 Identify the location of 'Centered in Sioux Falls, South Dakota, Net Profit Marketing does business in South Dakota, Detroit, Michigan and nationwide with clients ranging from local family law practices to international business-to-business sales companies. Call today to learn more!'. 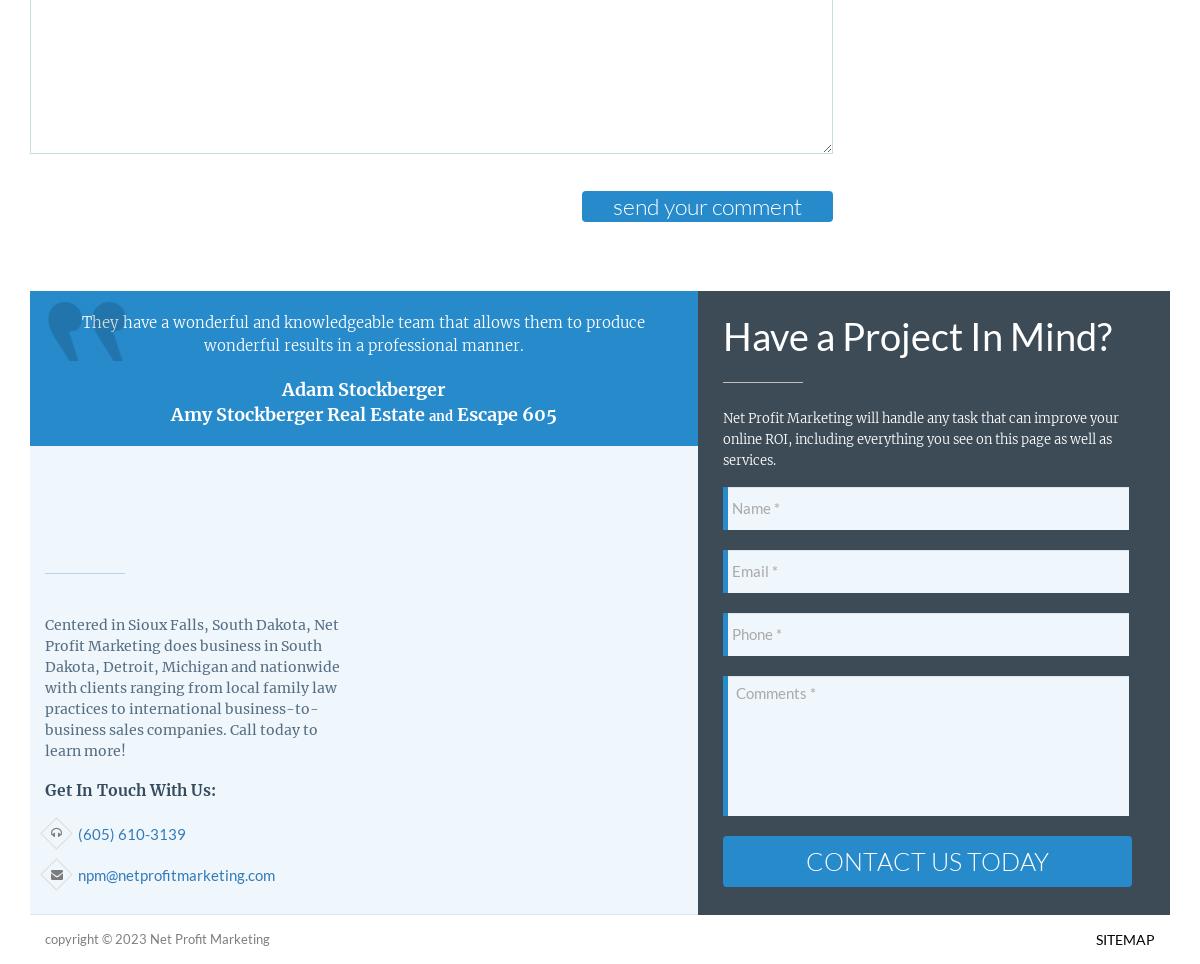
(191, 687).